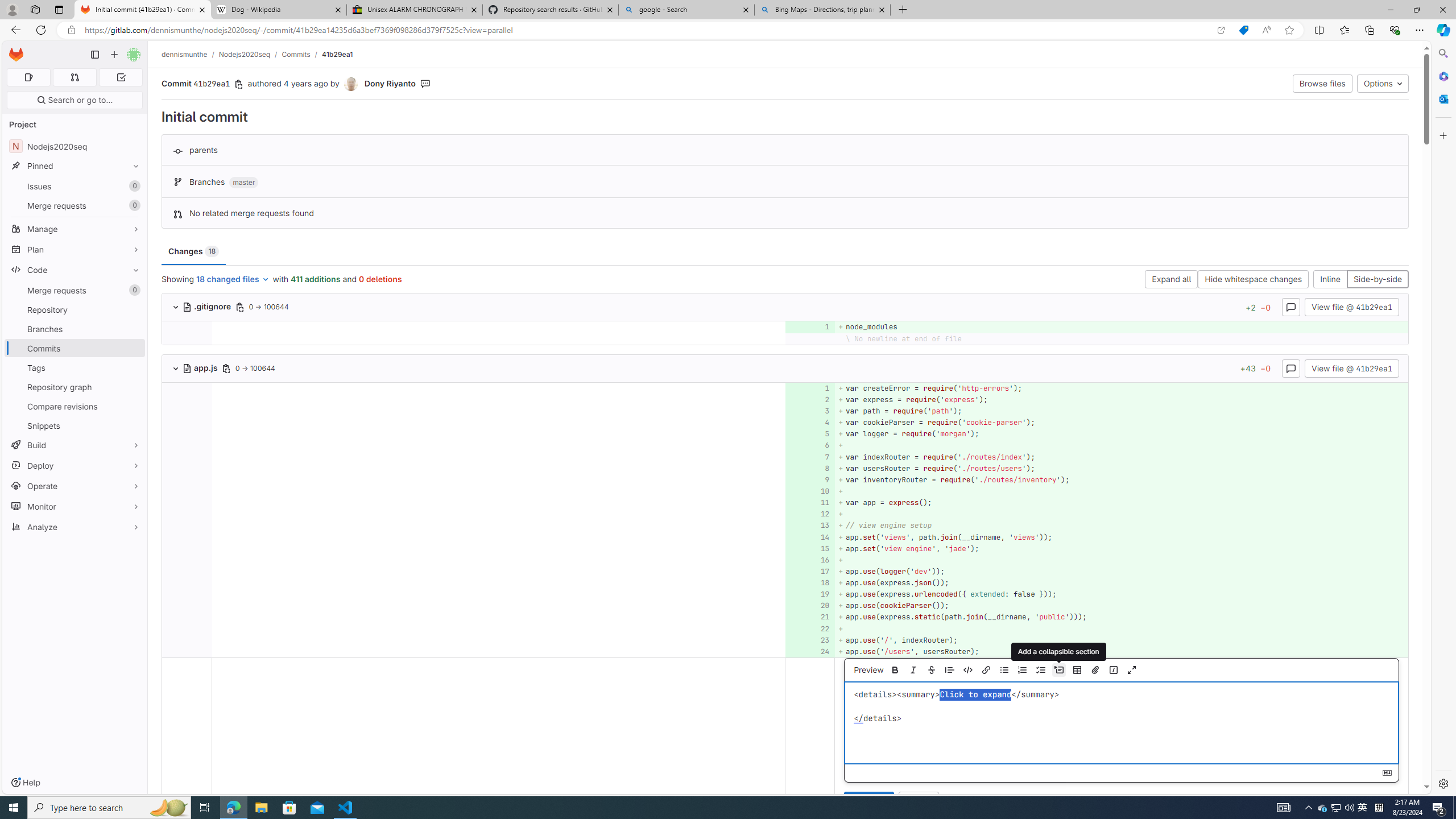 The image size is (1456, 819). I want to click on 'Monitor', so click(74, 506).